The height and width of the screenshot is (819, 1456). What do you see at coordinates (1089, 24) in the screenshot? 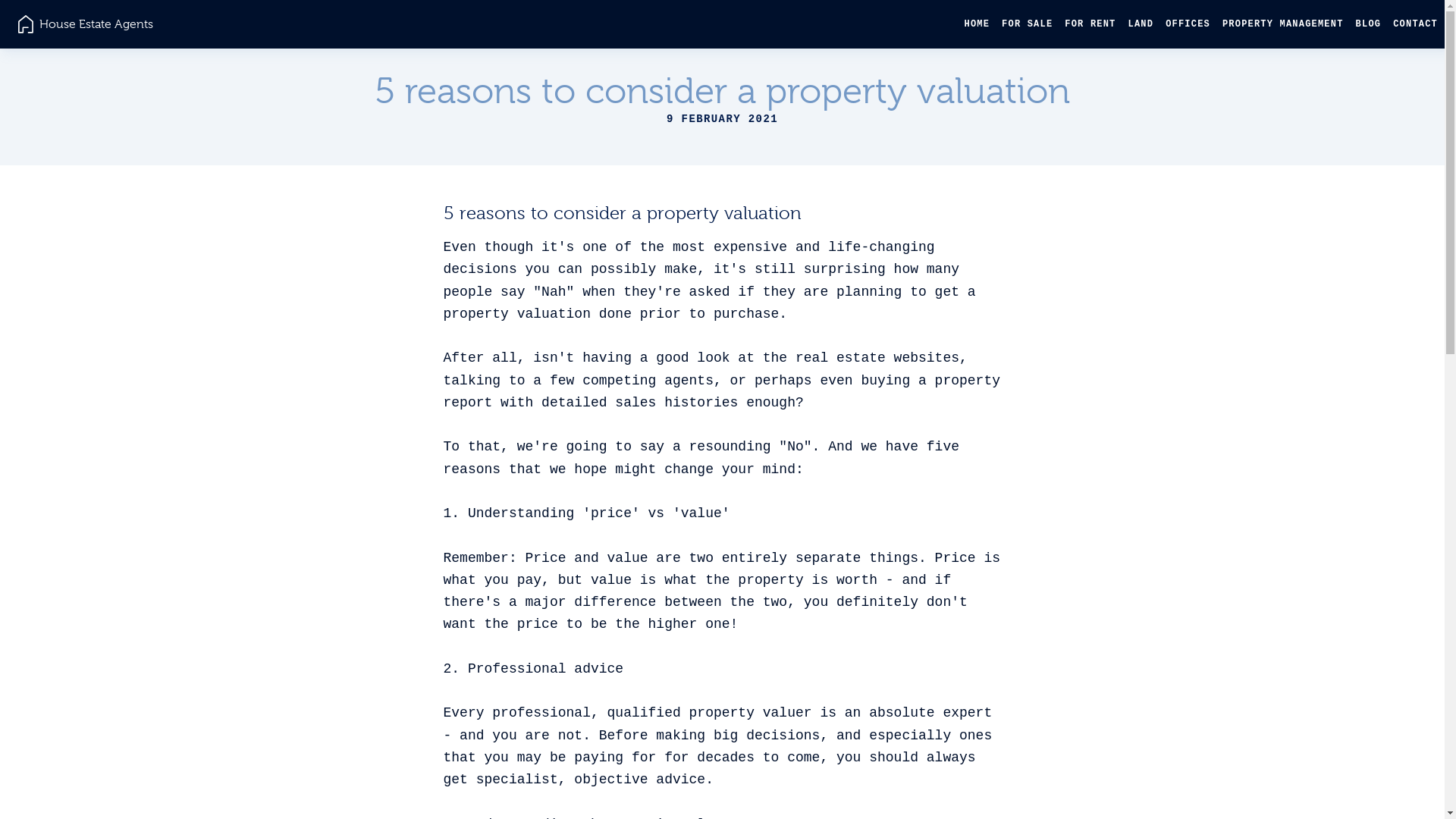
I see `'FOR RENT'` at bounding box center [1089, 24].